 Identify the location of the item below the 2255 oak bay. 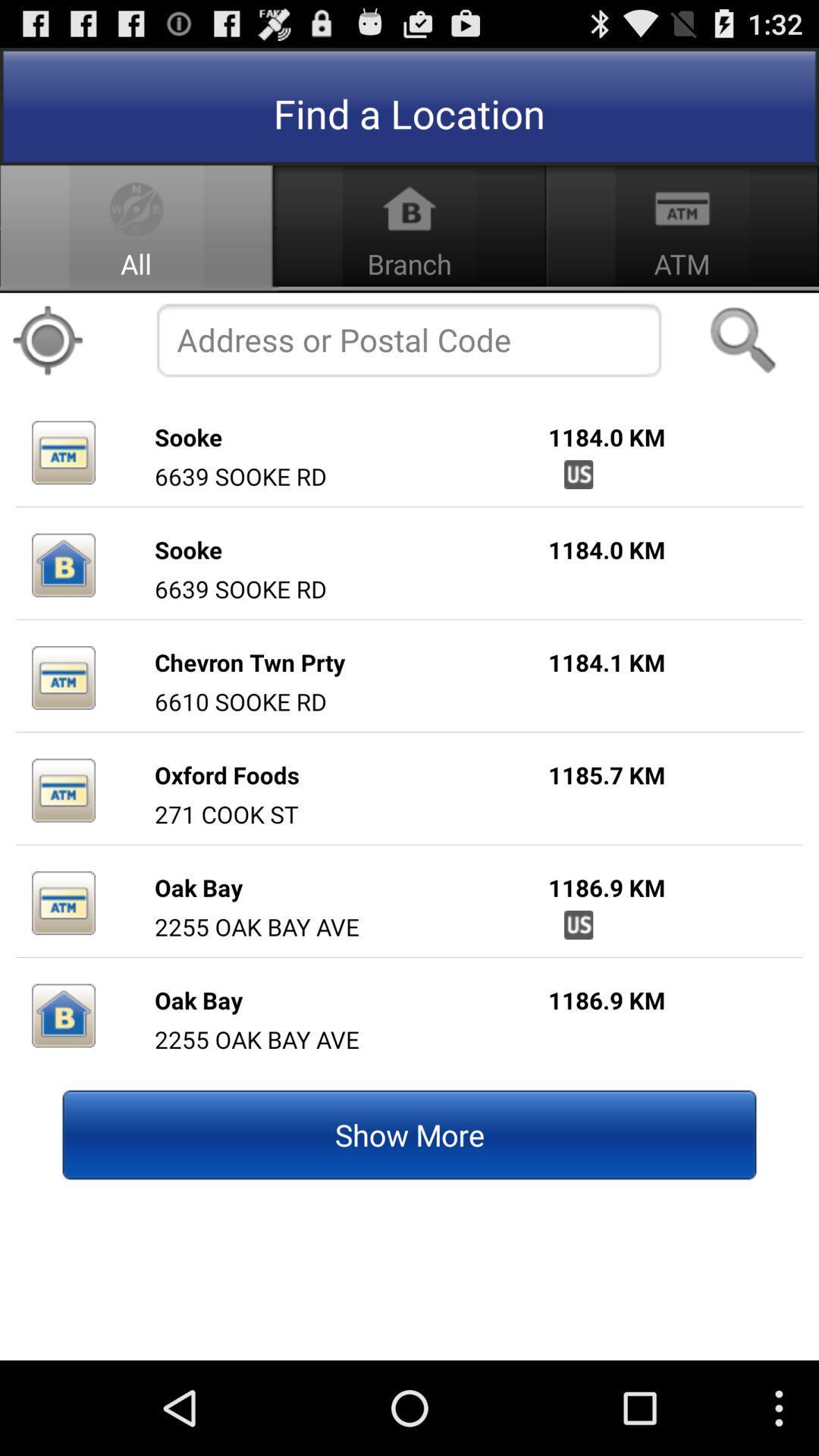
(409, 1134).